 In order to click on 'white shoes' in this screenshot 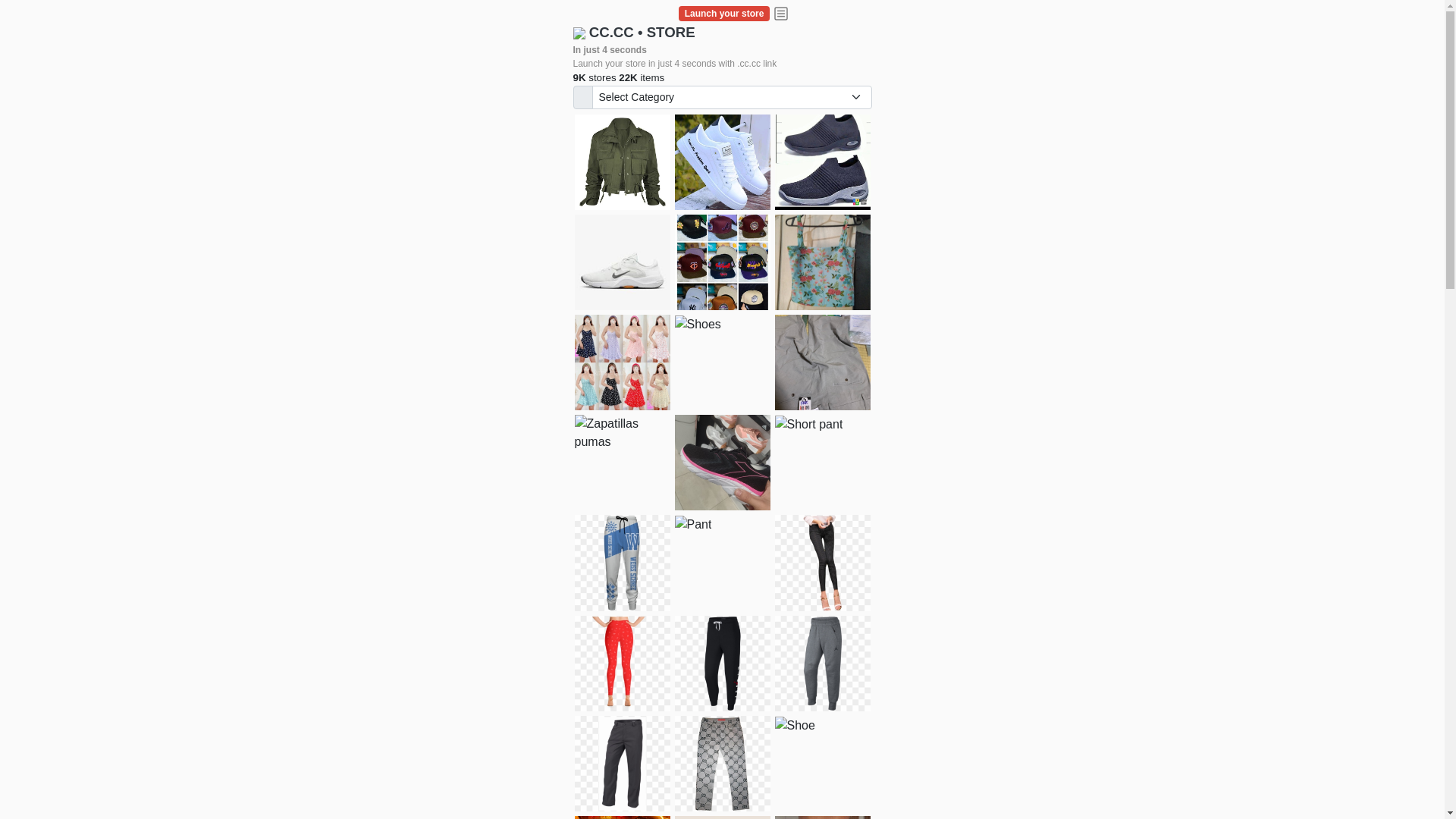, I will do `click(722, 162)`.